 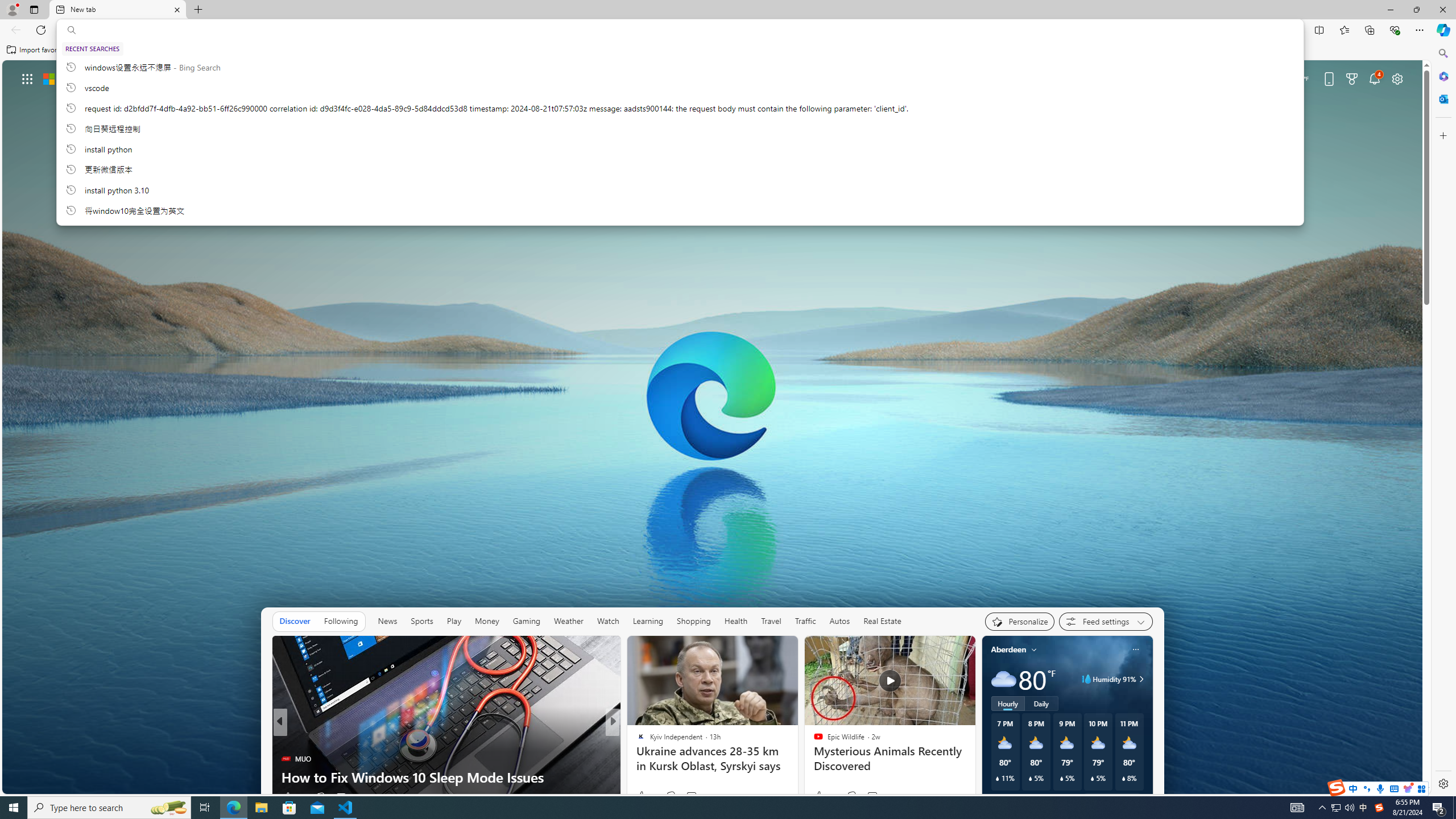 What do you see at coordinates (421, 621) in the screenshot?
I see `'Sports'` at bounding box center [421, 621].